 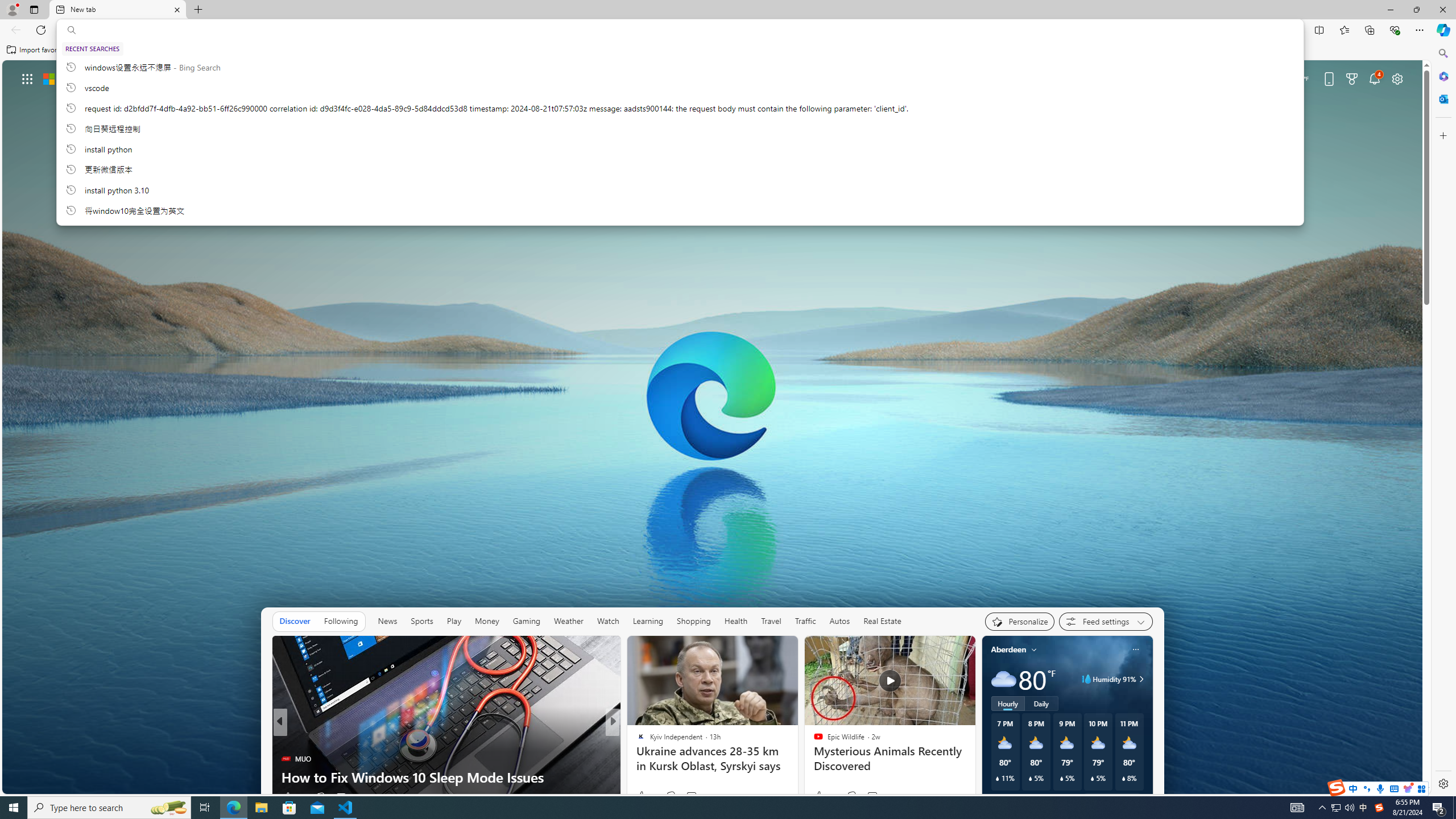 What do you see at coordinates (421, 621) in the screenshot?
I see `'Sports'` at bounding box center [421, 621].